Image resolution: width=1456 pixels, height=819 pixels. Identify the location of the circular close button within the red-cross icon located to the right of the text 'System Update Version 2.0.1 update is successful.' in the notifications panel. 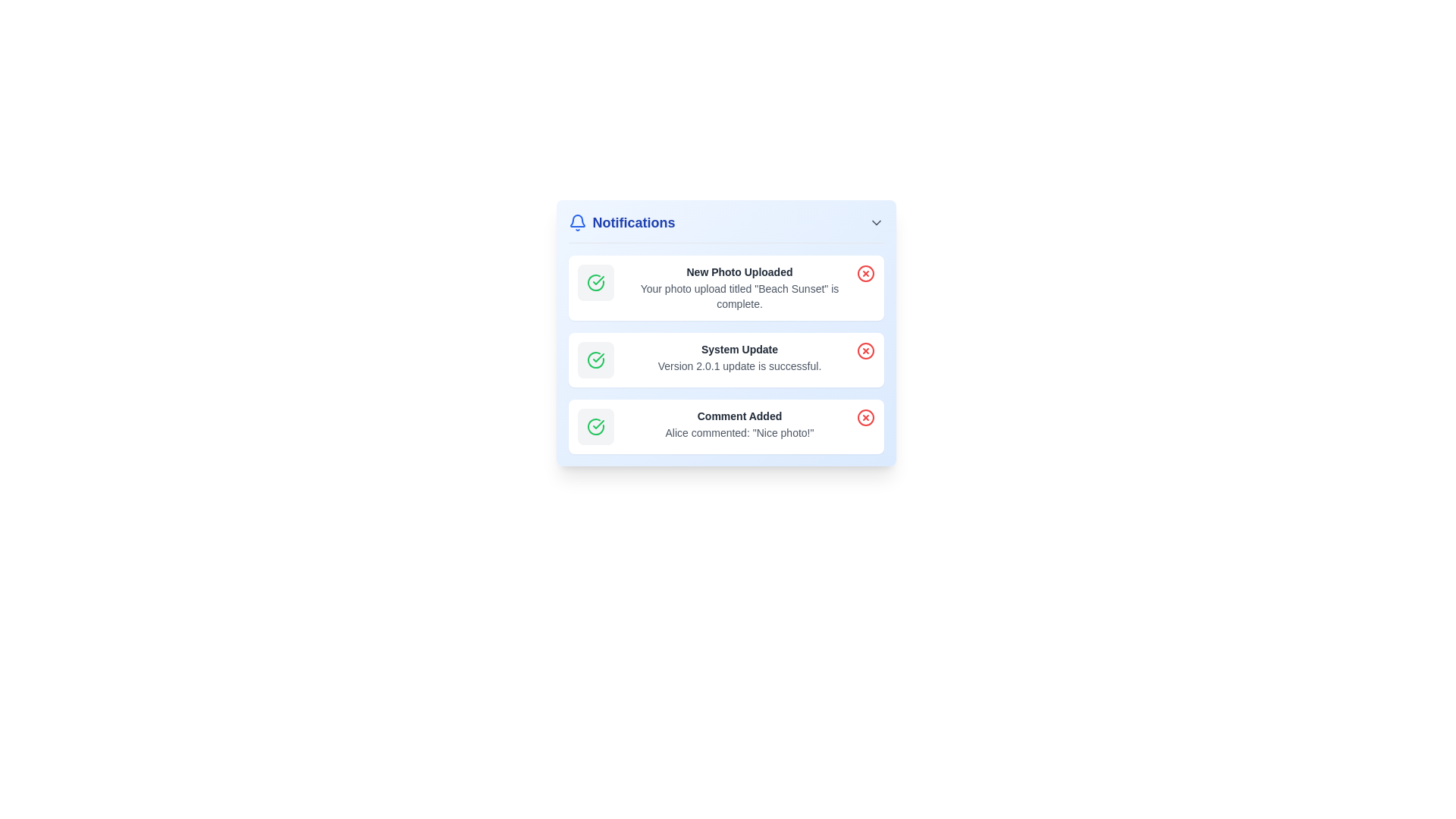
(865, 350).